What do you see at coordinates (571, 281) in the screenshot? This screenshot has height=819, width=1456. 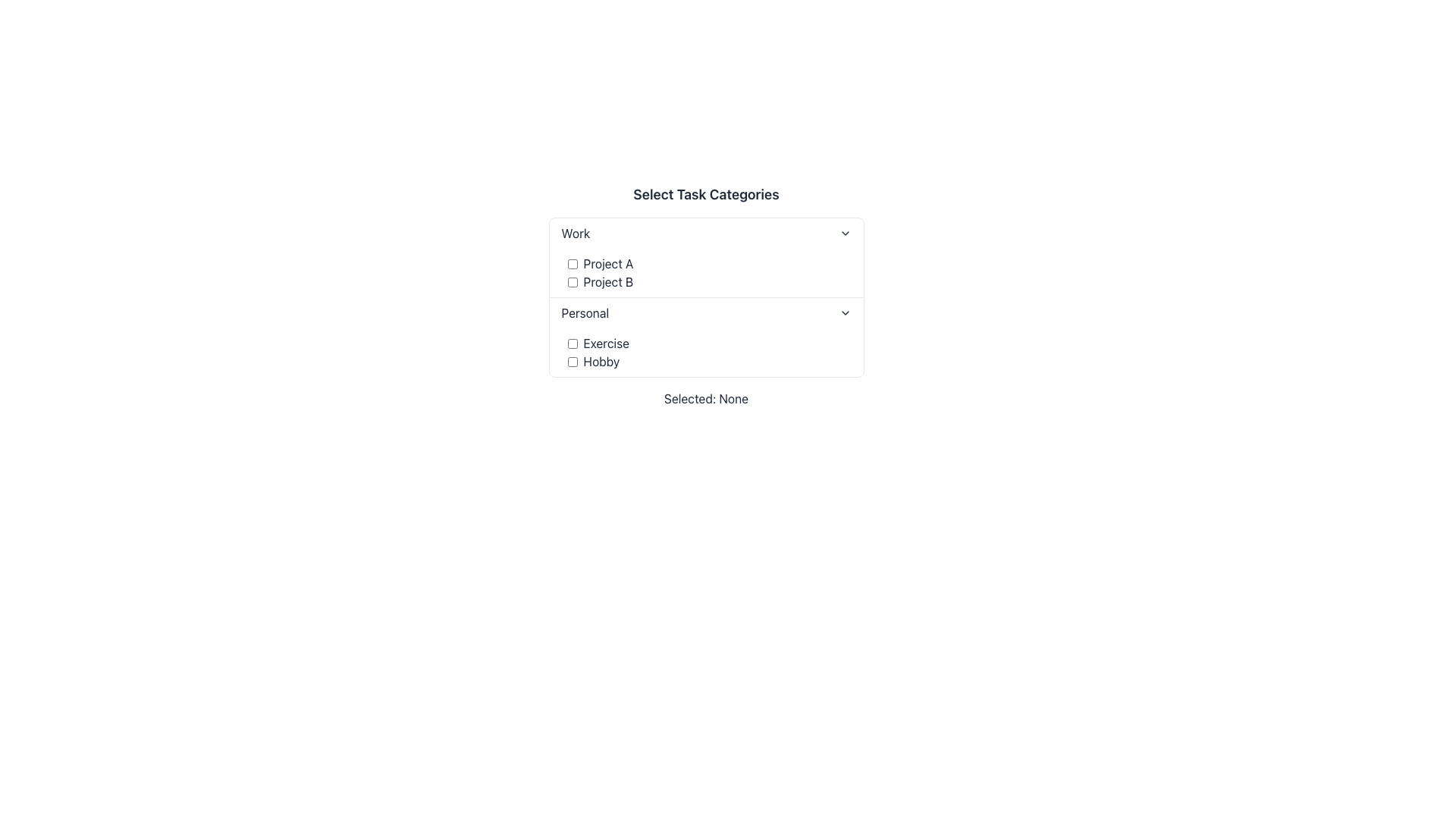 I see `the checkbox located to the left of the 'Project B' text in the 'Work' category` at bounding box center [571, 281].